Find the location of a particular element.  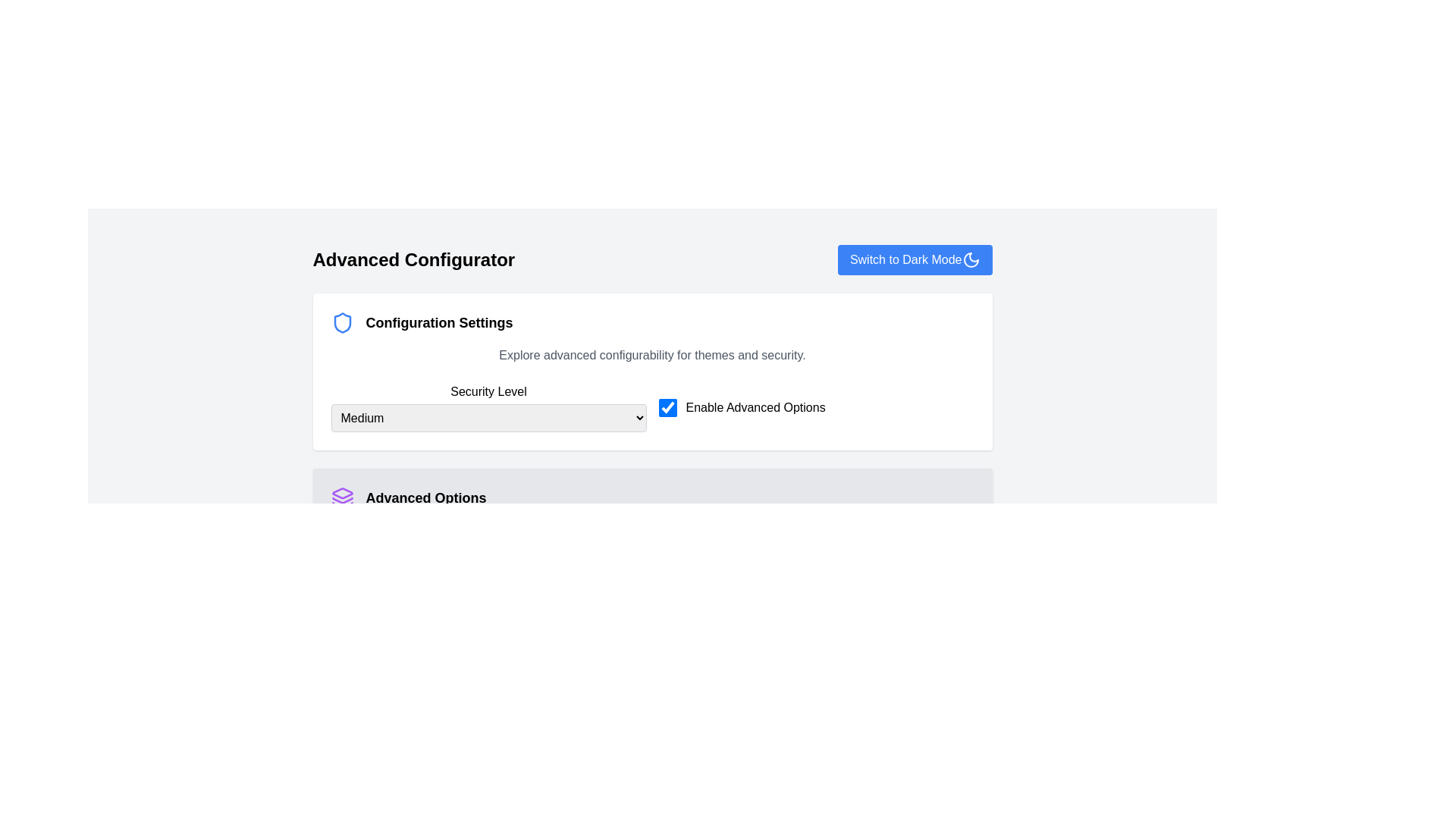

the 'Advanced Configurator' heading text, which serves as the title for the associated interface elements is located at coordinates (413, 259).